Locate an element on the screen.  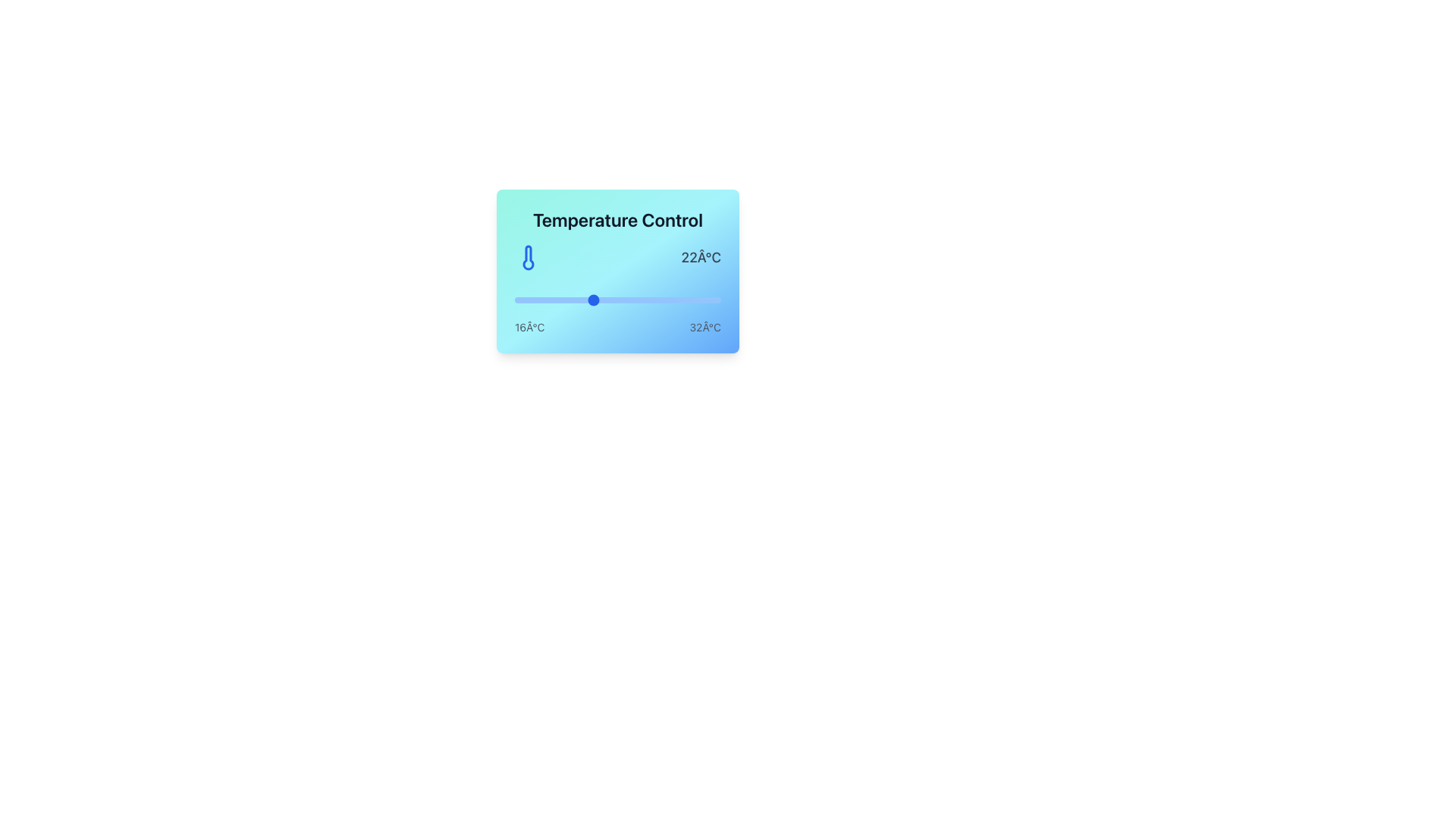
the temperature is located at coordinates (618, 300).